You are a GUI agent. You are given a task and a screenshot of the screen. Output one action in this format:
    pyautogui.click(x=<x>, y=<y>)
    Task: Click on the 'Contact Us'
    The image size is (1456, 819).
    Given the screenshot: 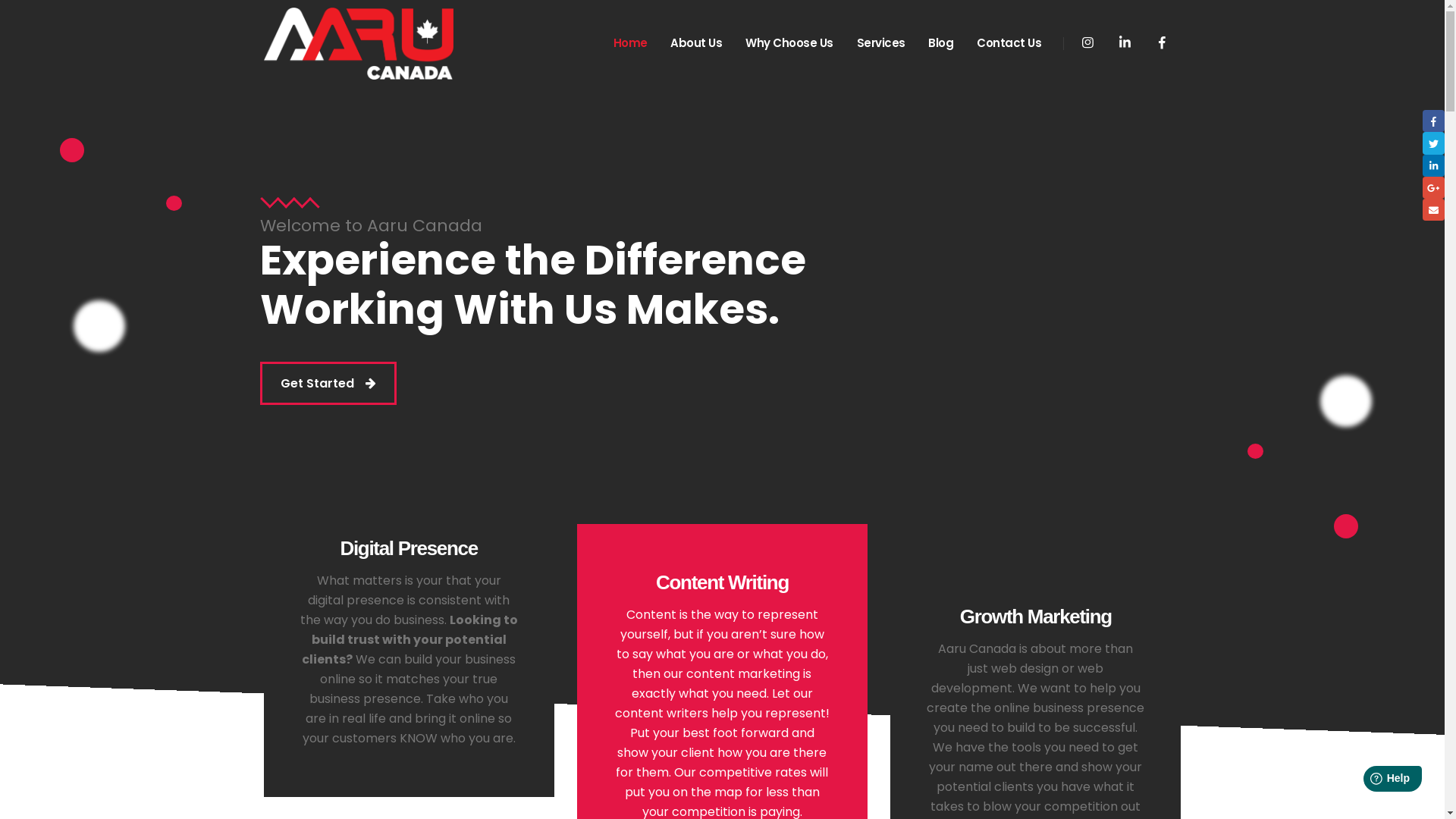 What is the action you would take?
    pyautogui.click(x=1009, y=42)
    